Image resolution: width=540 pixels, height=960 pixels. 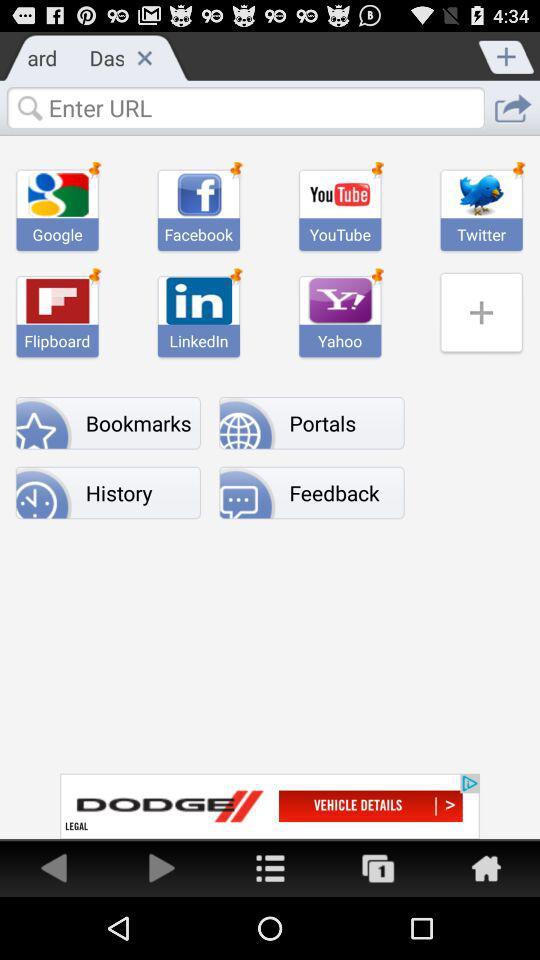 What do you see at coordinates (245, 107) in the screenshot?
I see `text box to enter url` at bounding box center [245, 107].